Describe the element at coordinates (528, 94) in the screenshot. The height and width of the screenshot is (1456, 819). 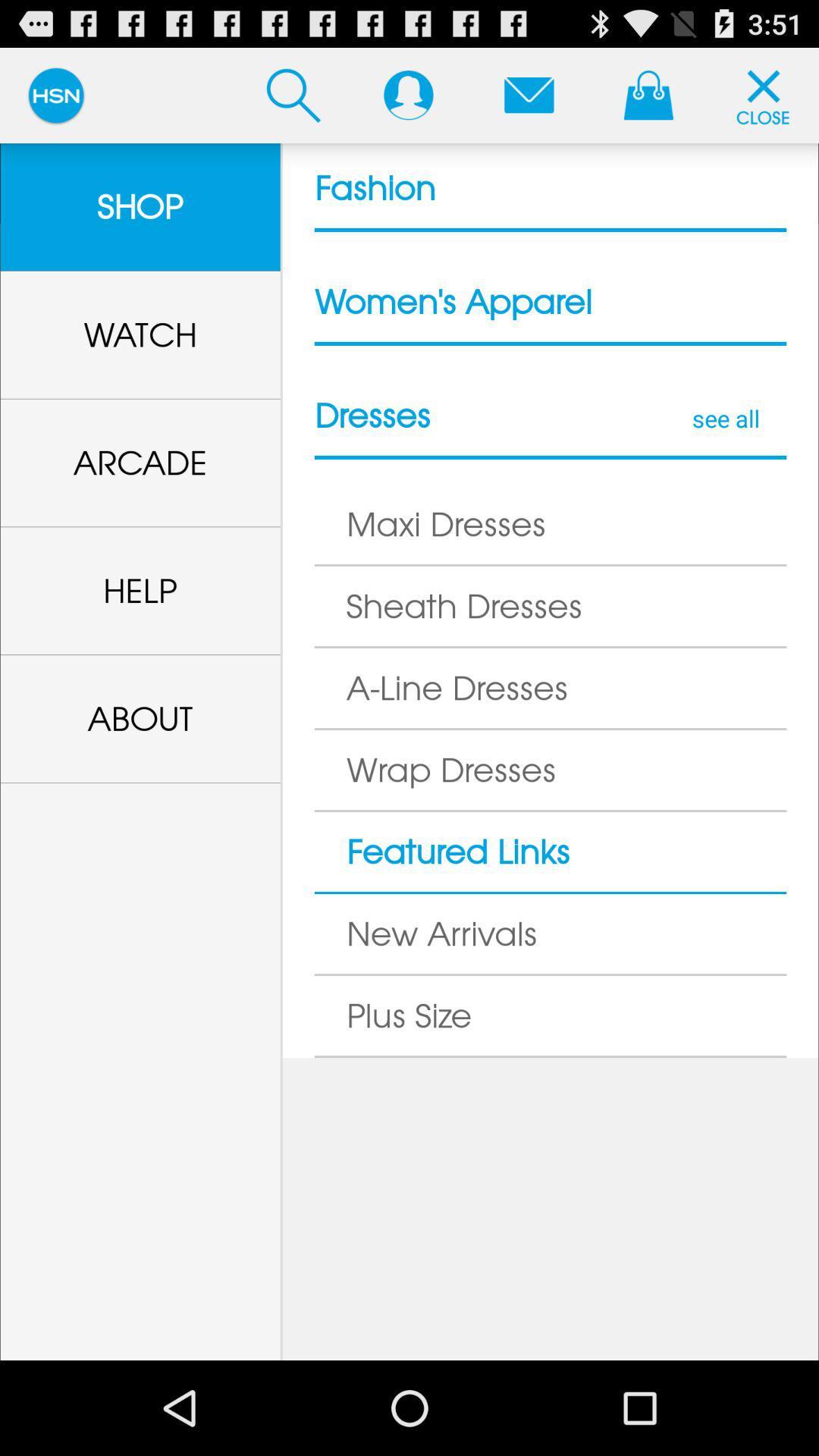
I see `nova mensagem` at that location.